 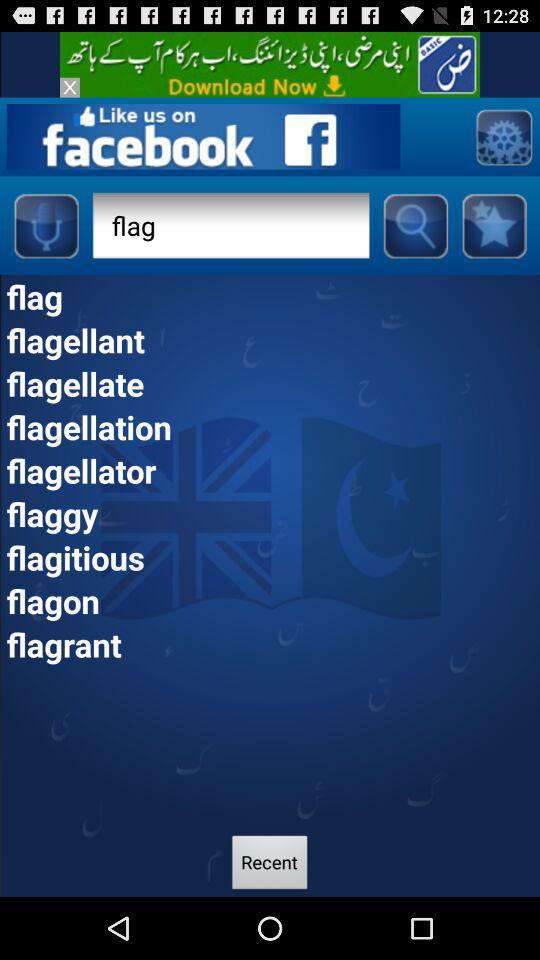 What do you see at coordinates (45, 225) in the screenshot?
I see `record buttin` at bounding box center [45, 225].